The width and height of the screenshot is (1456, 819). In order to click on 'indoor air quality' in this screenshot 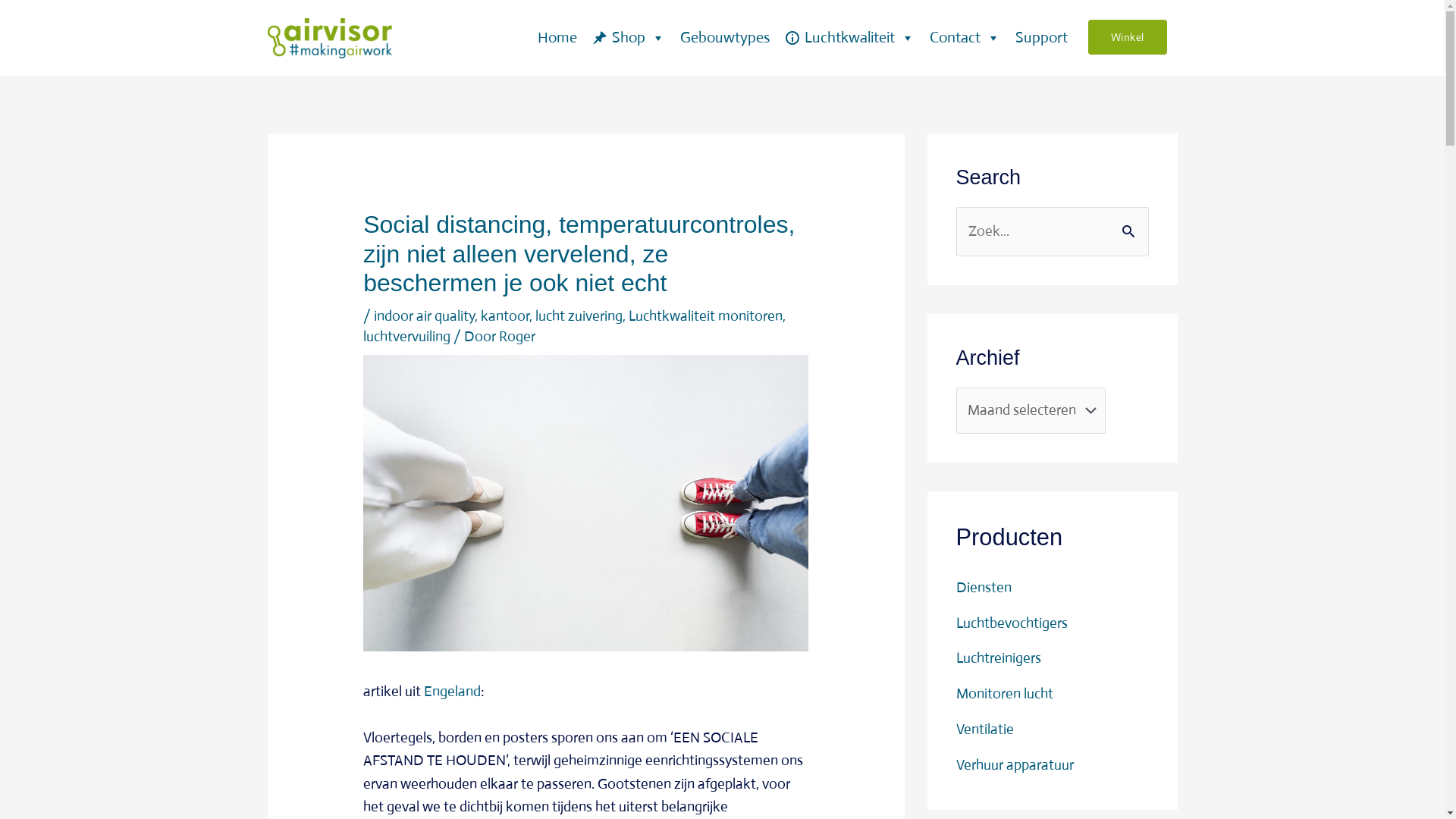, I will do `click(424, 315)`.